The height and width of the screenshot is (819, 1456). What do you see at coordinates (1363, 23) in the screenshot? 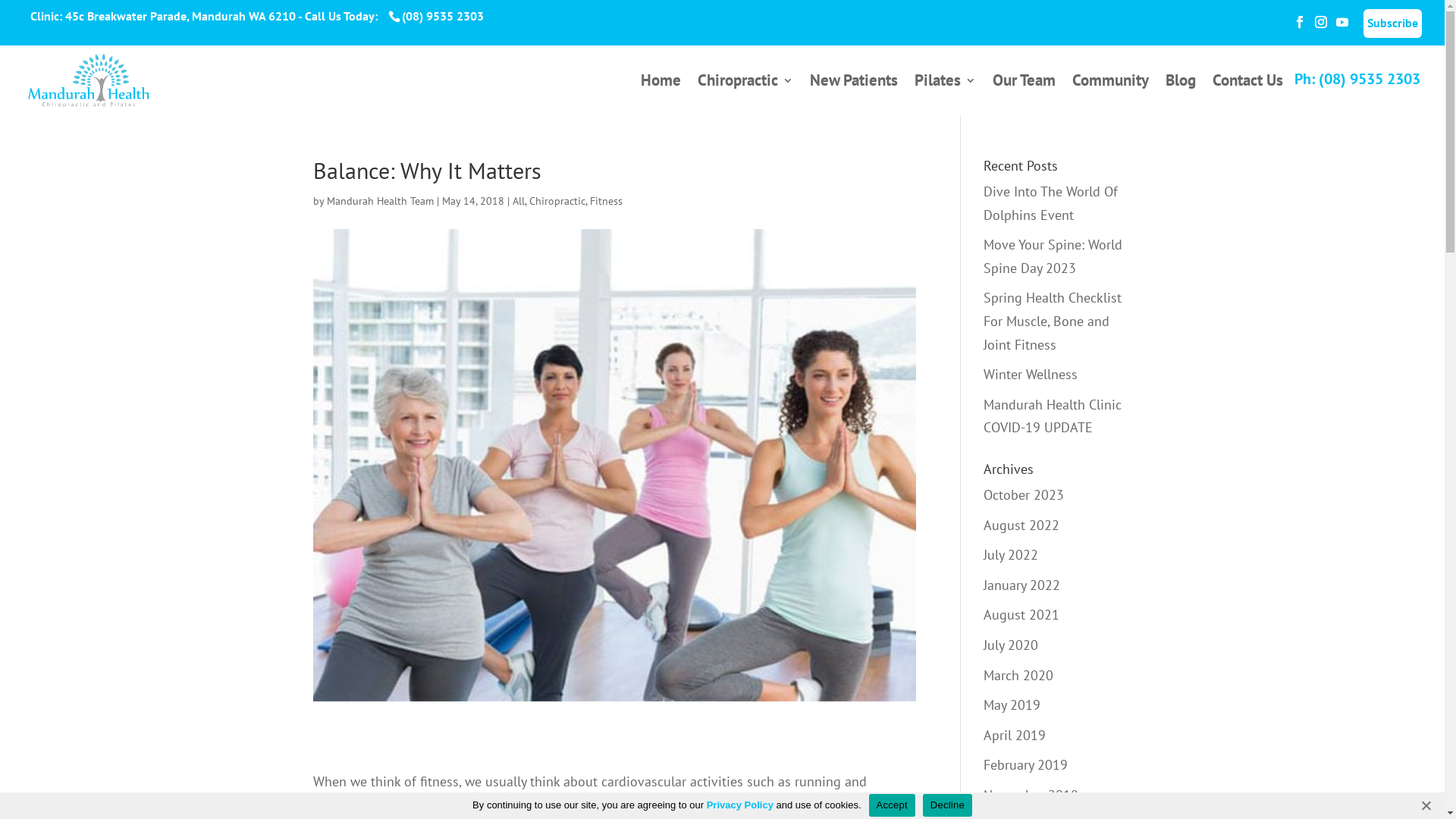
I see `'Subscribe'` at bounding box center [1363, 23].